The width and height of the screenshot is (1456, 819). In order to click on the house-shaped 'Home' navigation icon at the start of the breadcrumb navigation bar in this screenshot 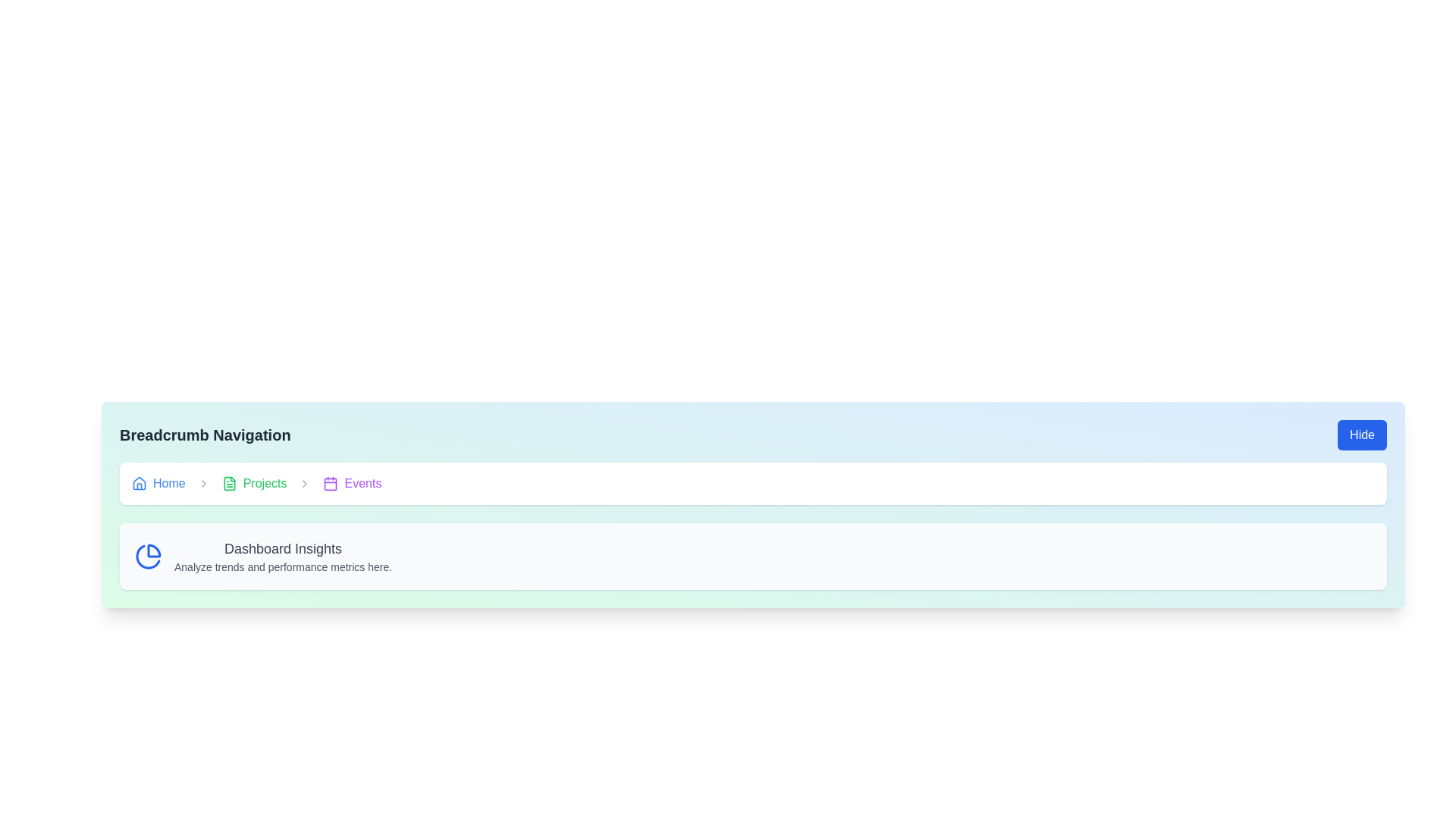, I will do `click(139, 483)`.